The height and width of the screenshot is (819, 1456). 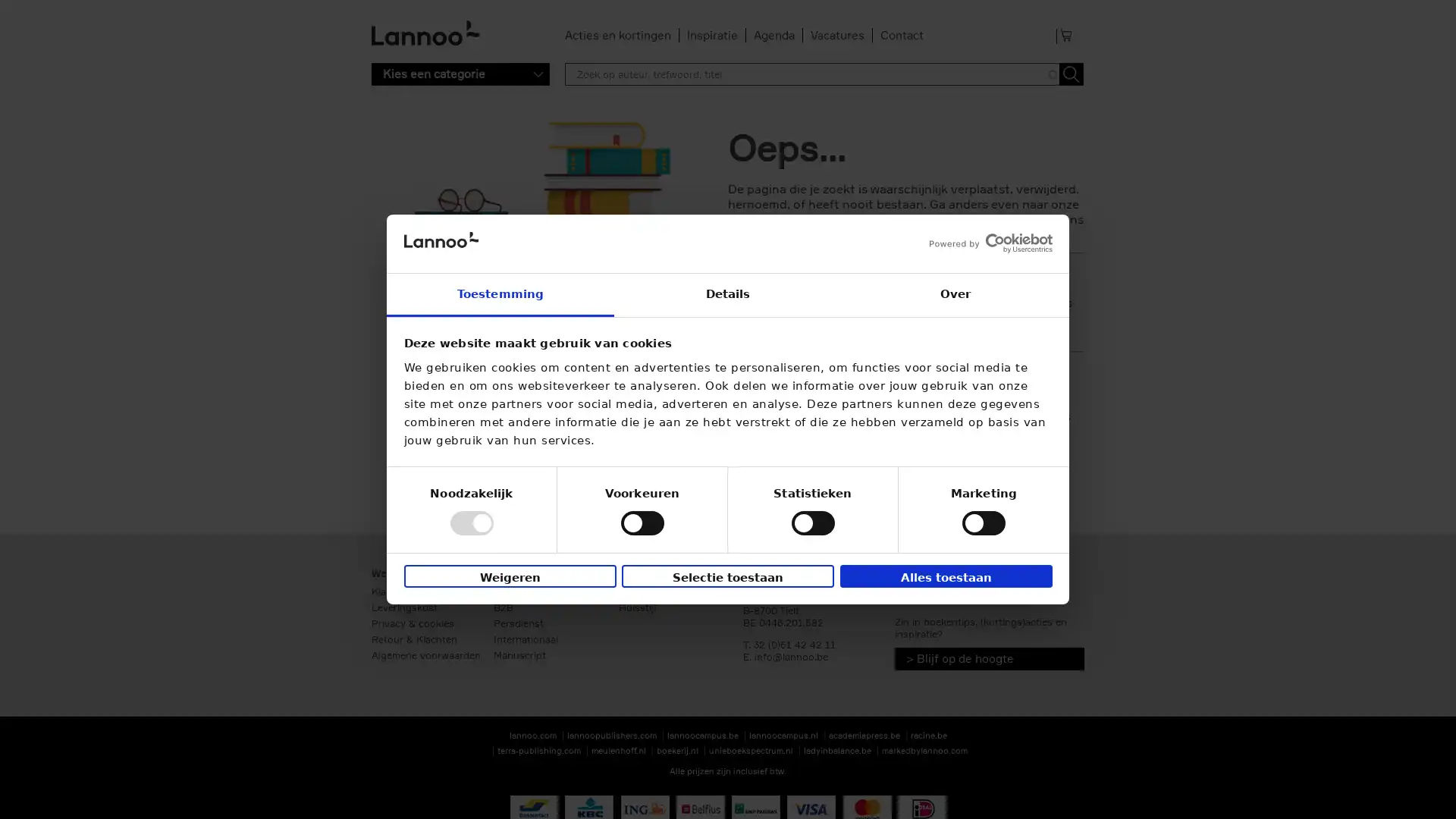 I want to click on Alles toestaan, so click(x=945, y=576).